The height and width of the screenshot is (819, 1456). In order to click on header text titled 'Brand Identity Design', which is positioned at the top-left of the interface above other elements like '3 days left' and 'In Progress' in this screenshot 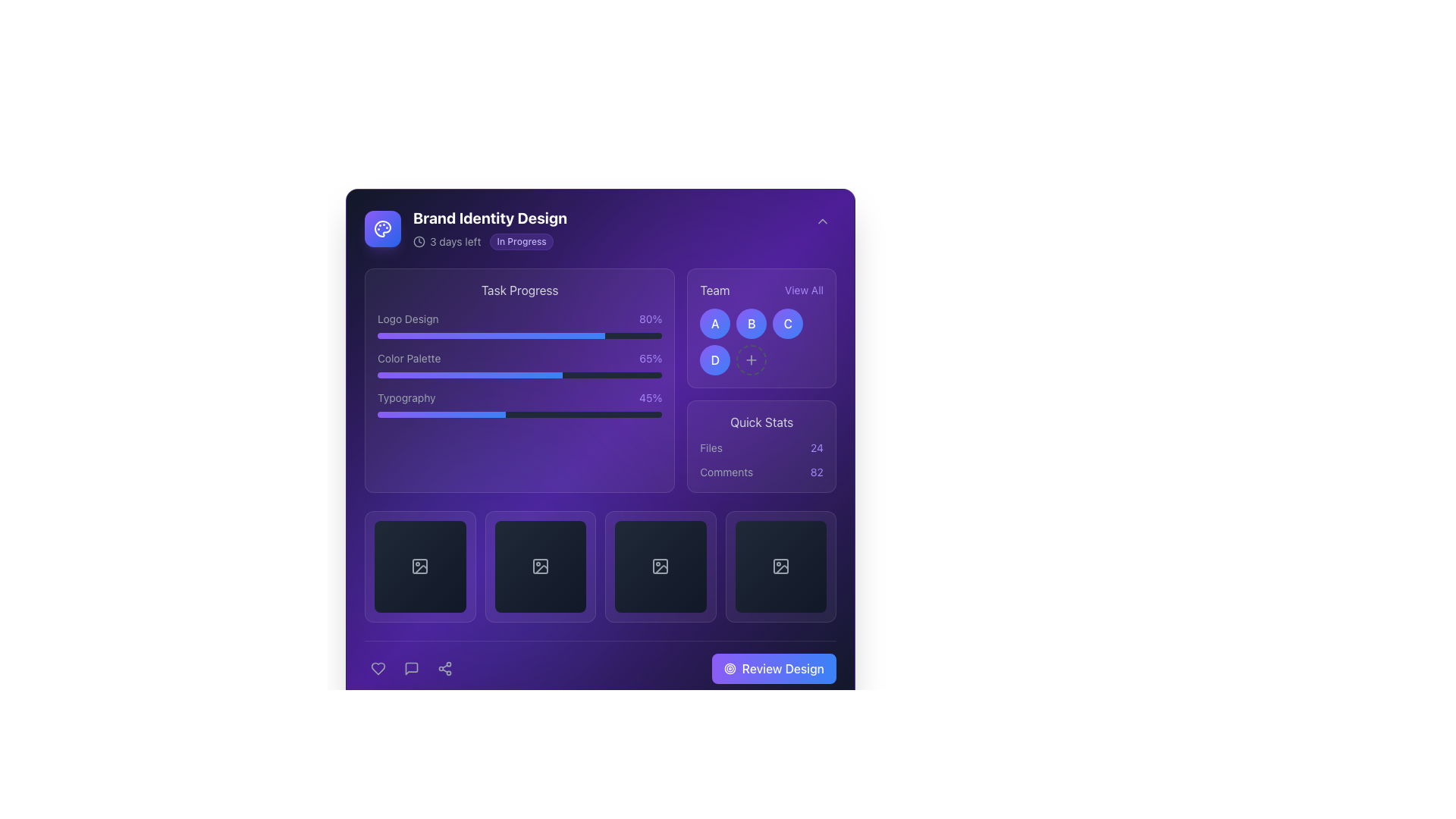, I will do `click(490, 218)`.